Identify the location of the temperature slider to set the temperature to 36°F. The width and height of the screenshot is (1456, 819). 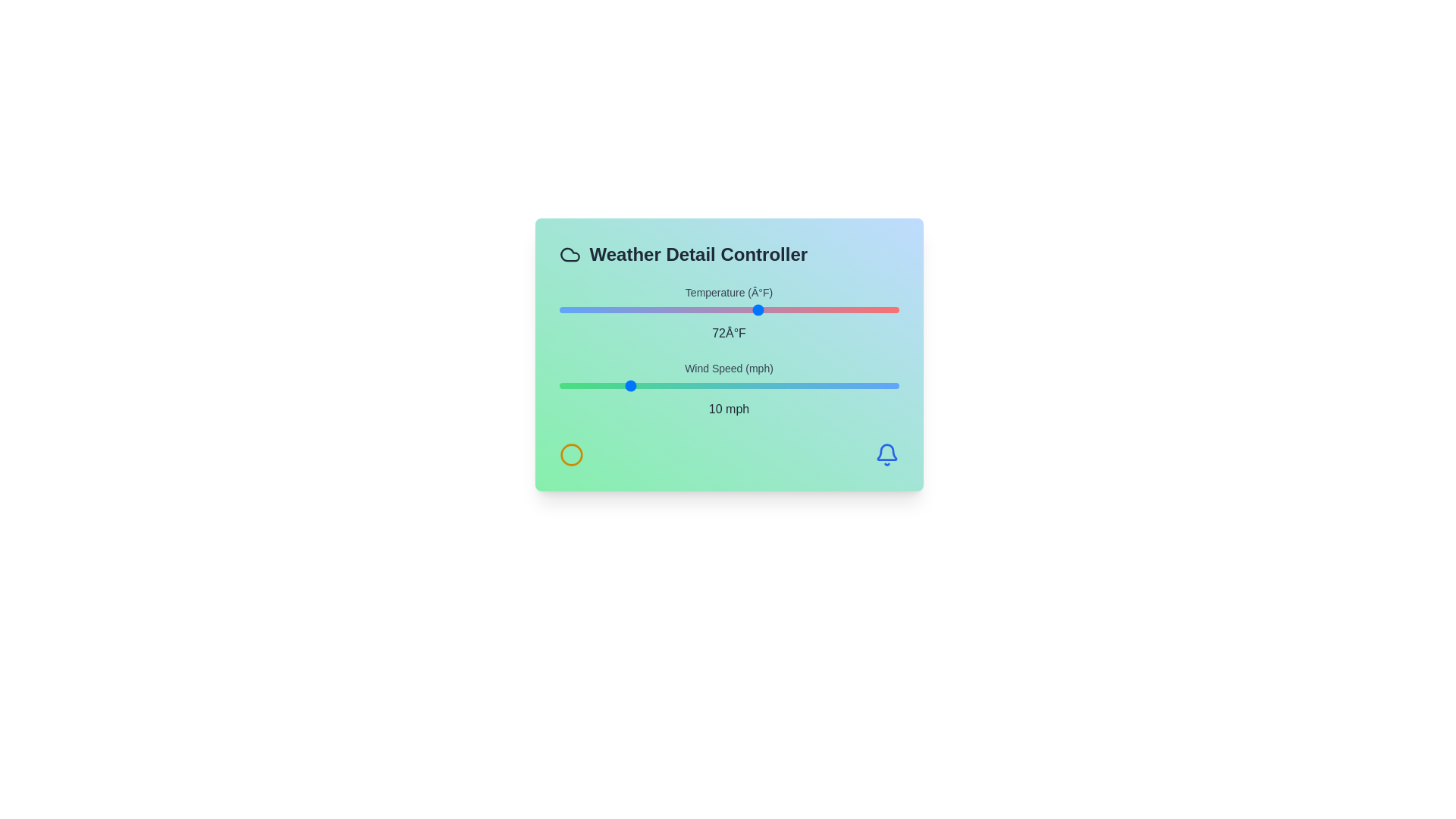
(578, 309).